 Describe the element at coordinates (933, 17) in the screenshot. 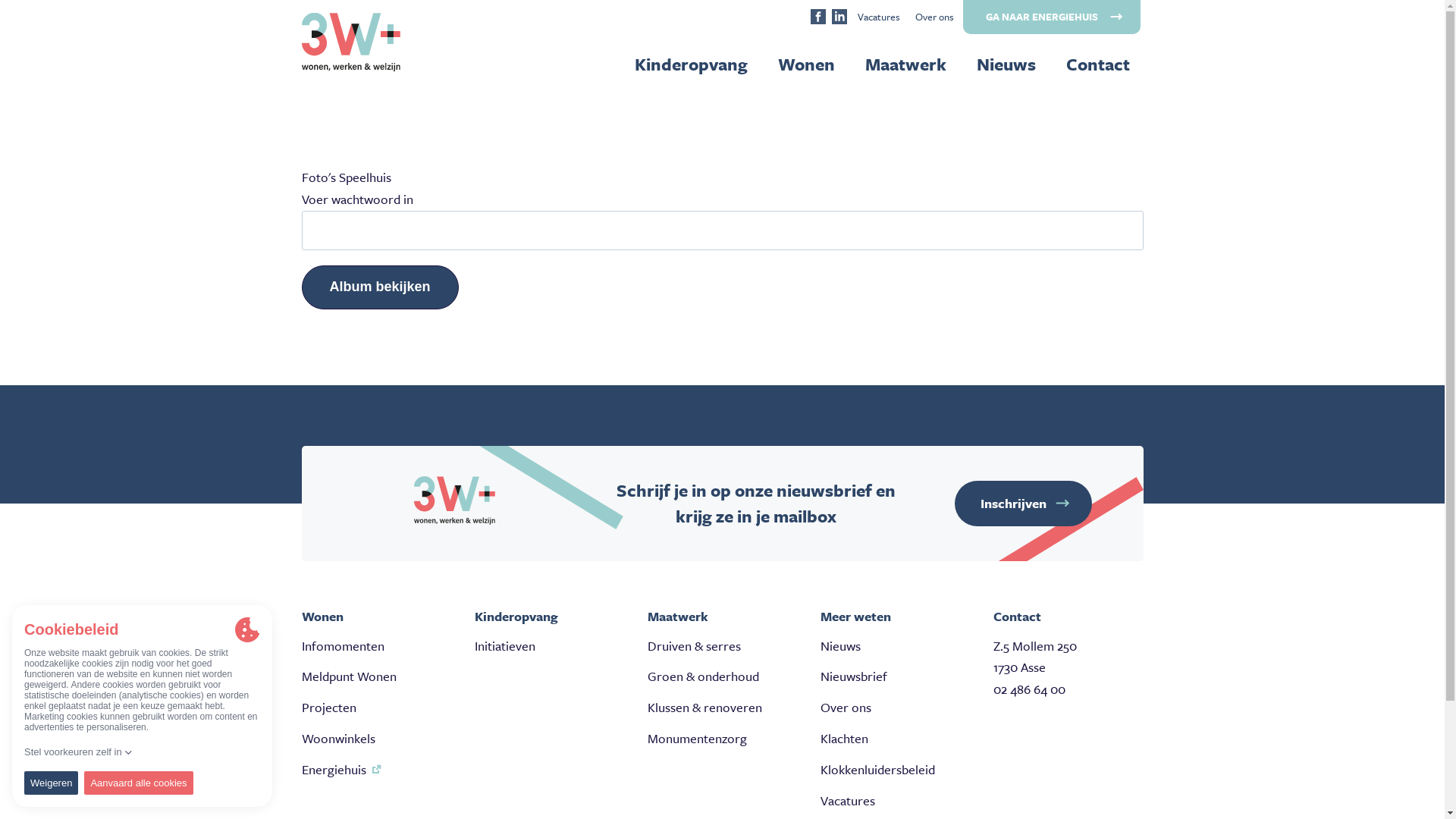

I see `'Over ons'` at that location.